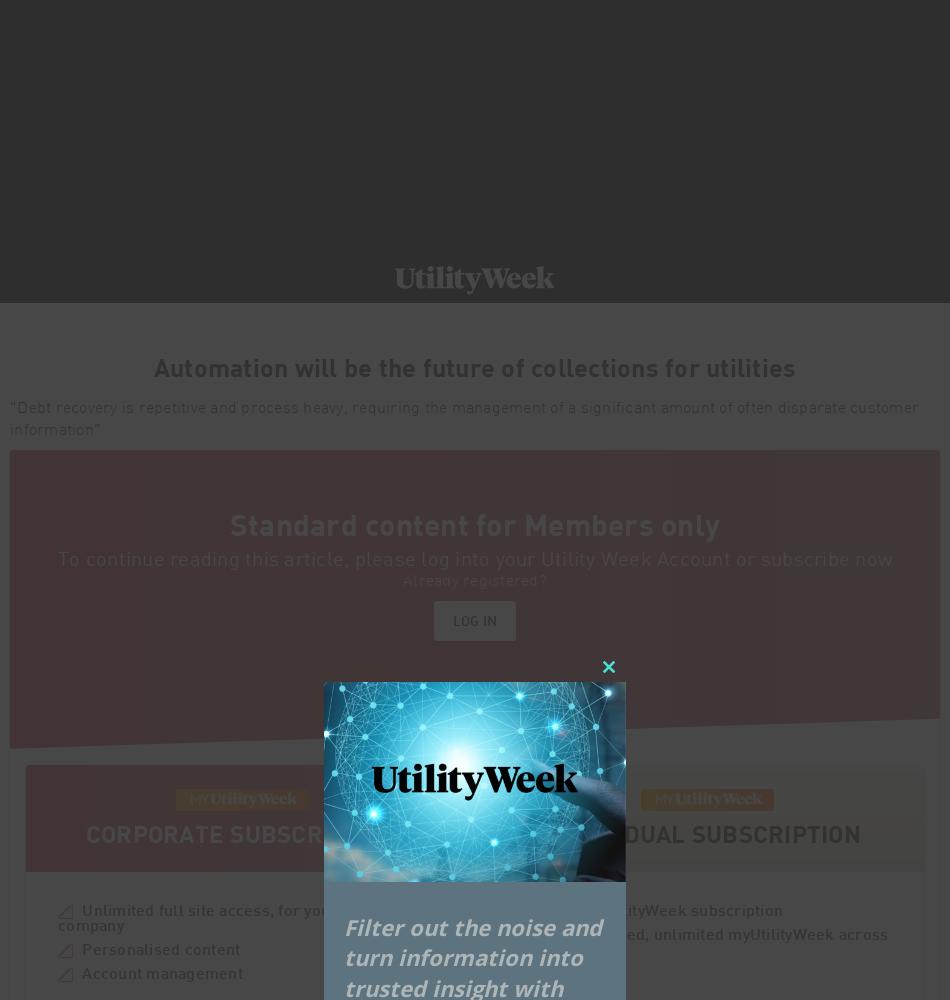 Image resolution: width=950 pixels, height=1000 pixels. Describe the element at coordinates (161, 950) in the screenshot. I see `'Personalised content'` at that location.